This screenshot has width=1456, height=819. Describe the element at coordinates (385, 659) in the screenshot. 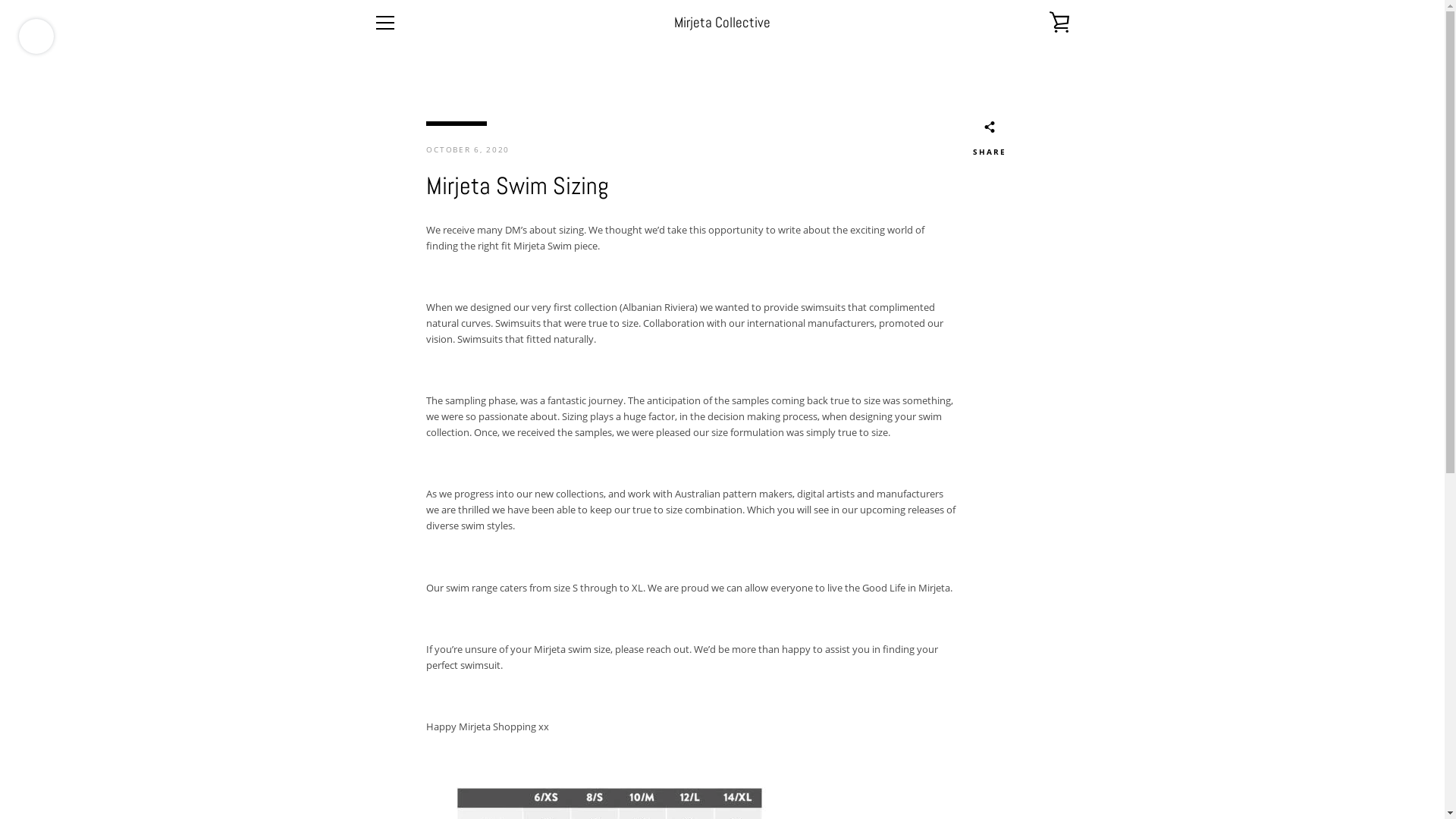

I see `'FAQ'S'` at that location.